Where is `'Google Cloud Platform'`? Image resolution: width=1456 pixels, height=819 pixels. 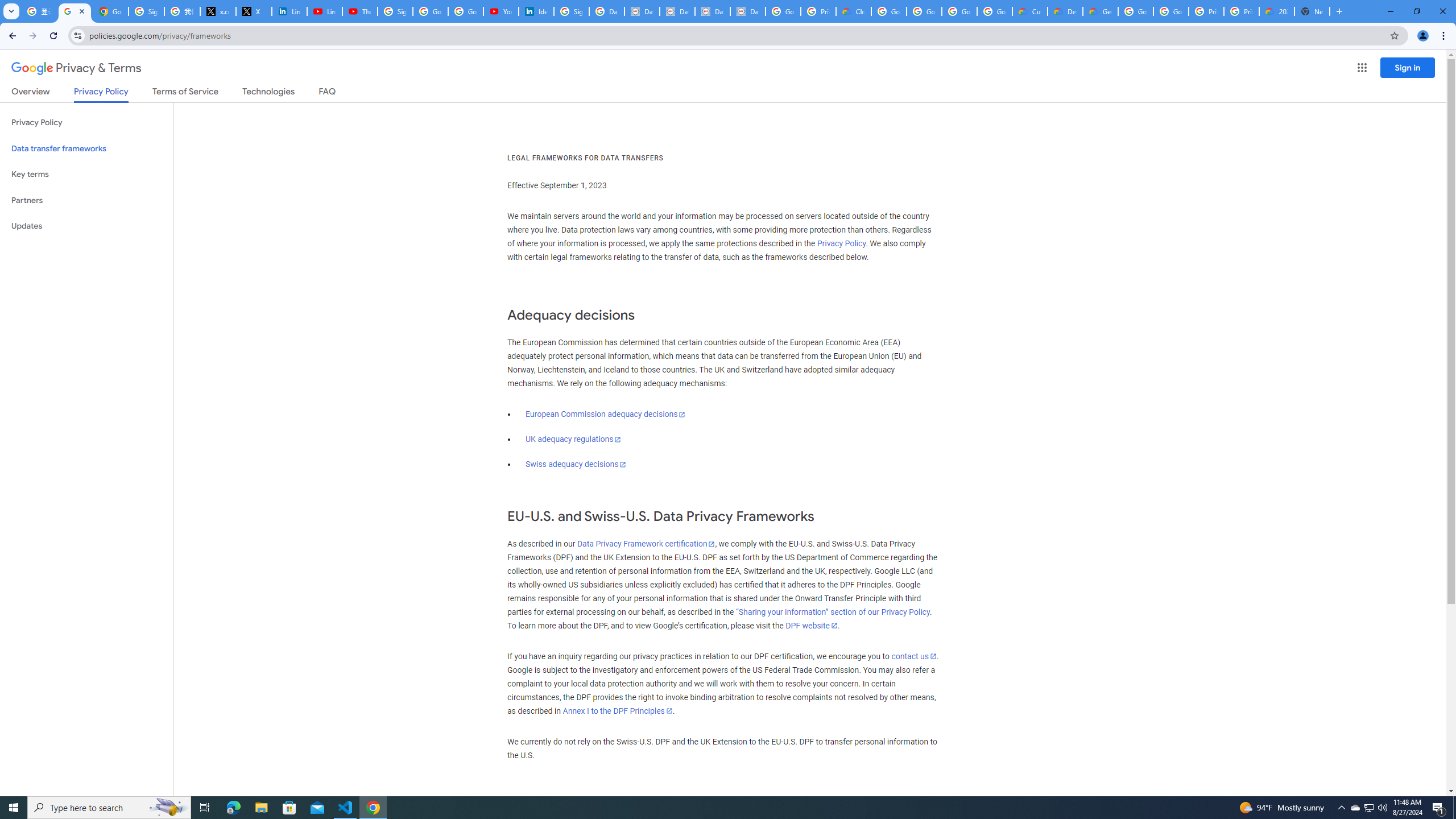
'Google Cloud Platform' is located at coordinates (1135, 11).